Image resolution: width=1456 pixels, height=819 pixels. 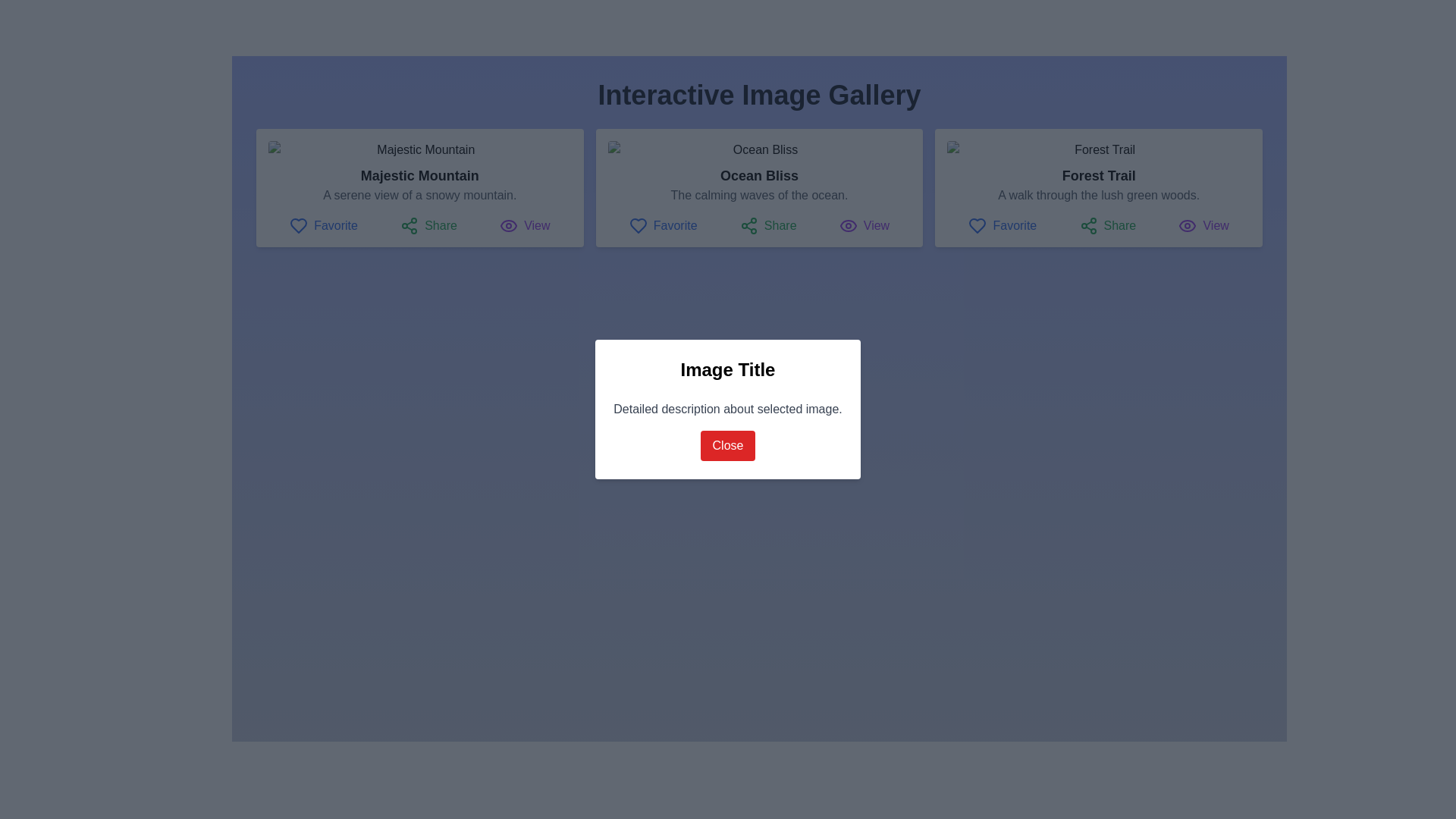 What do you see at coordinates (419, 149) in the screenshot?
I see `'Majestic Mountain' image located at the top-left corner of the first card in the gallery` at bounding box center [419, 149].